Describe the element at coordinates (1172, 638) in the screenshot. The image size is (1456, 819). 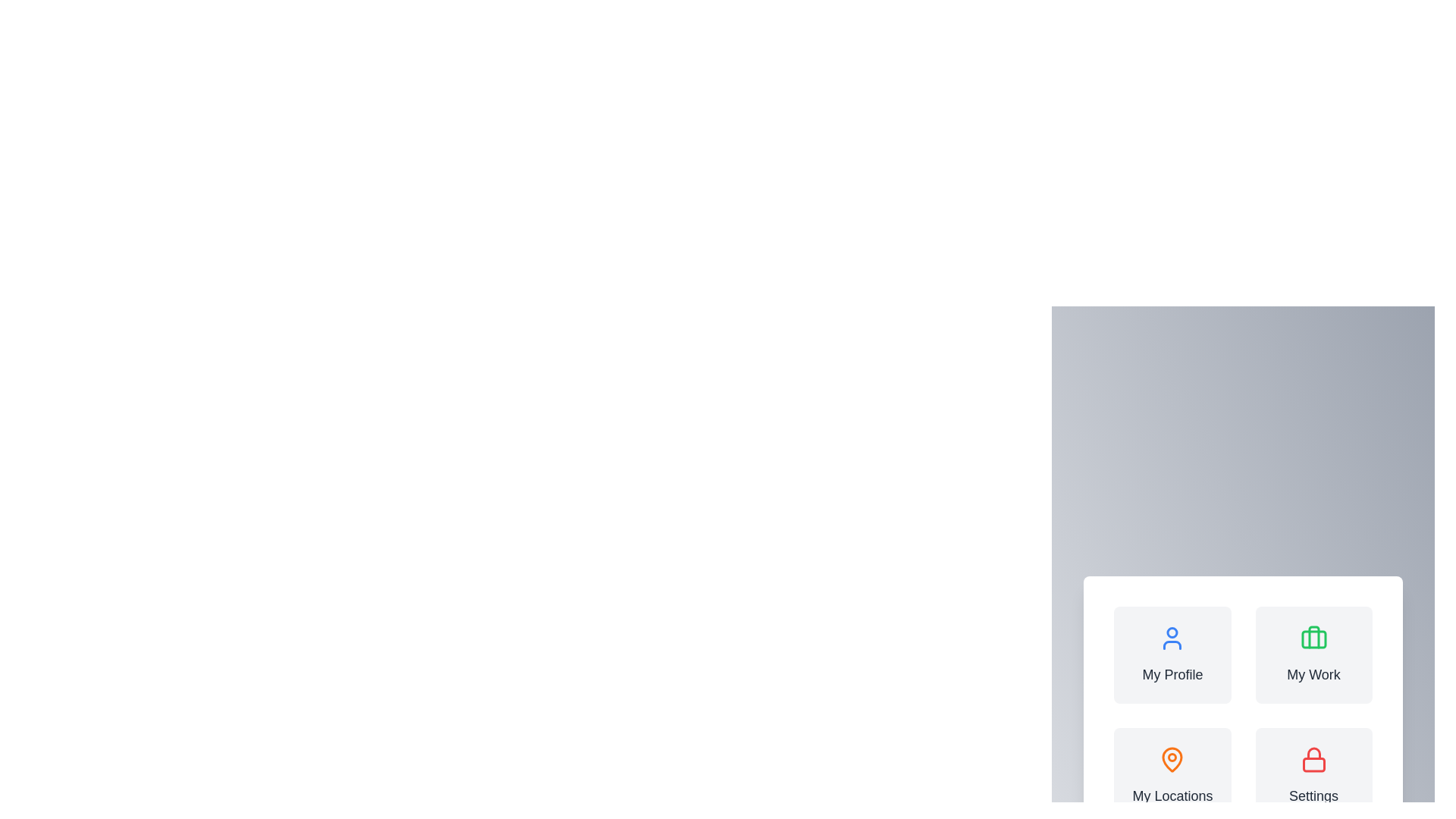
I see `the user icon styled in a flat design format, characterized by its circular head and shoulders outline in blue color, located within the 'My Profile' card at the top-left of the grid` at that location.